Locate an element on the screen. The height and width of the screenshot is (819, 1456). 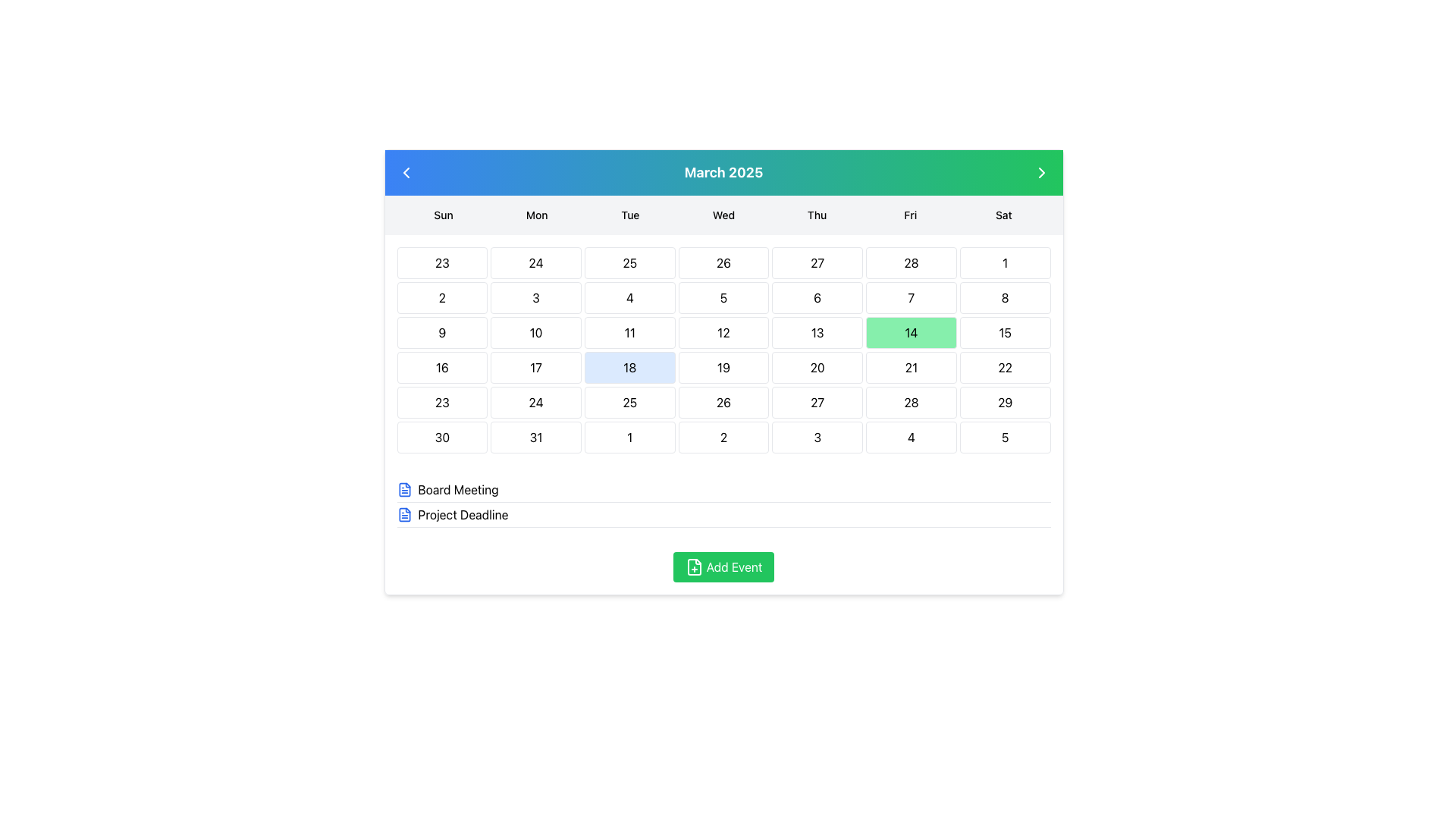
the calendar day cell representing the date '29' in March 2025, located in the last row and sixth column of the calendar layout is located at coordinates (1005, 402).